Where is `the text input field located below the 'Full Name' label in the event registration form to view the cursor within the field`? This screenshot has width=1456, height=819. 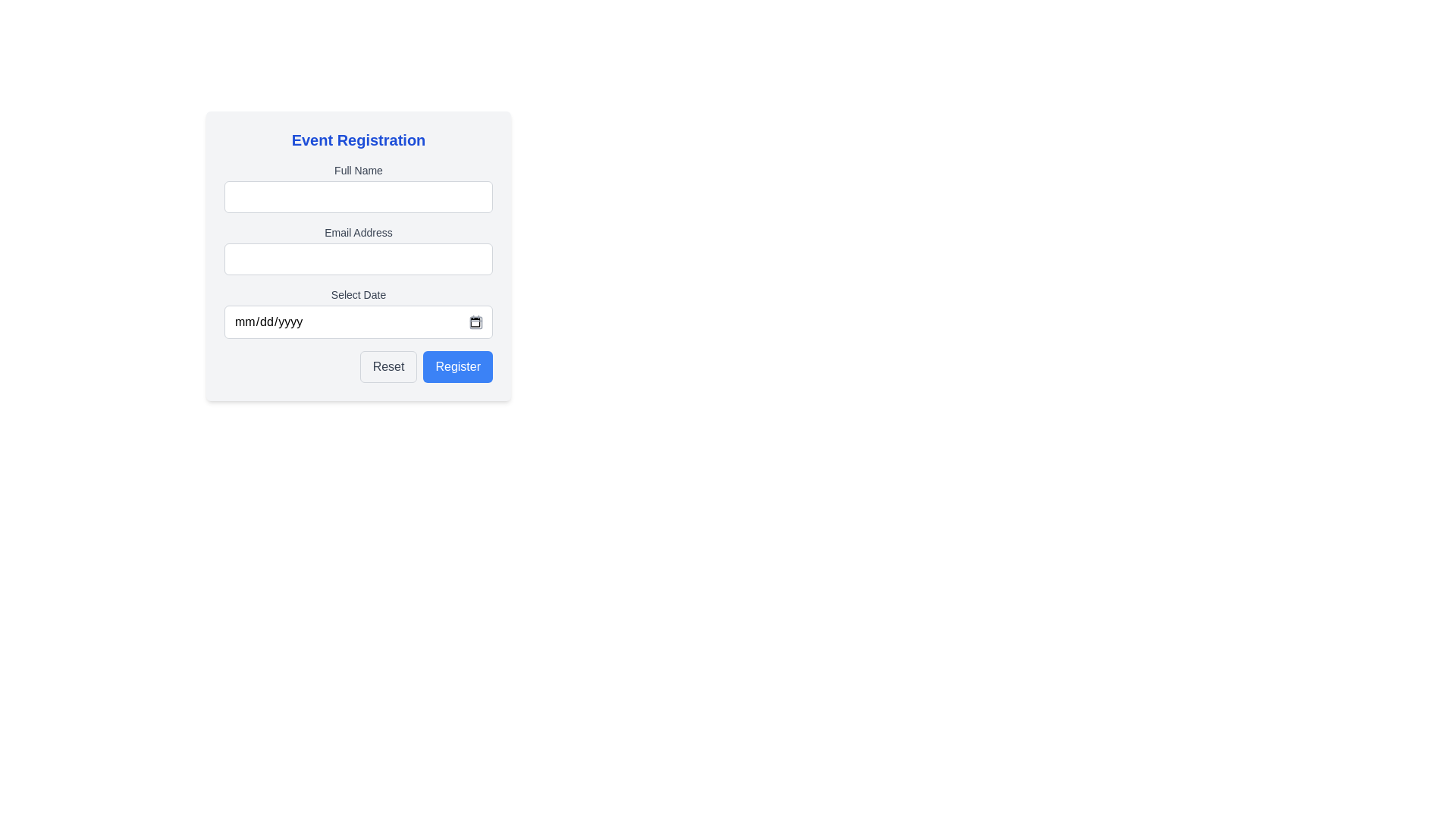 the text input field located below the 'Full Name' label in the event registration form to view the cursor within the field is located at coordinates (358, 196).